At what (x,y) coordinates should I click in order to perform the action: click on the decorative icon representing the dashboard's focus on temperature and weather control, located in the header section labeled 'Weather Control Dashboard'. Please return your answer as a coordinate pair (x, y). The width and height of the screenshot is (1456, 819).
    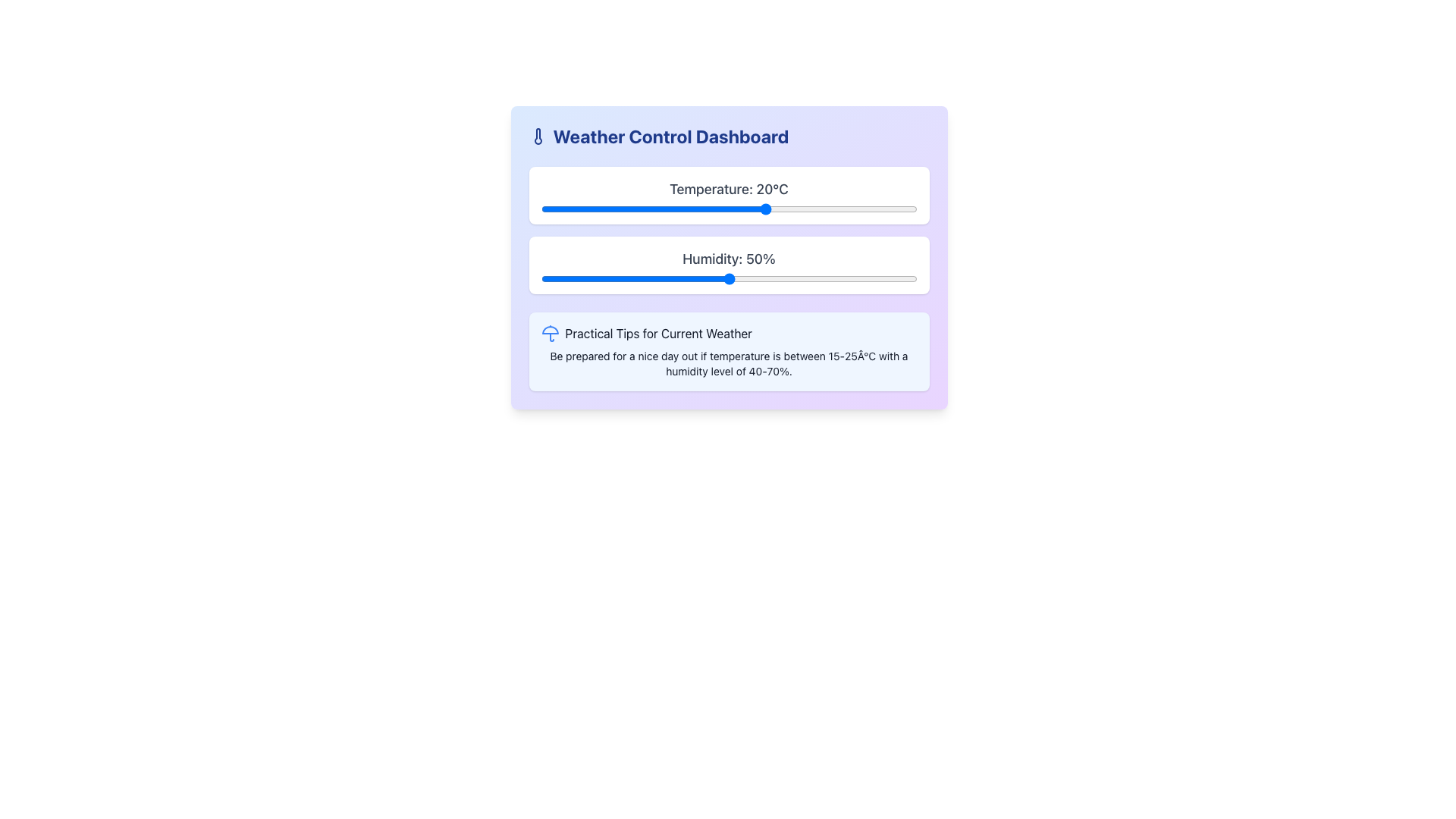
    Looking at the image, I should click on (538, 136).